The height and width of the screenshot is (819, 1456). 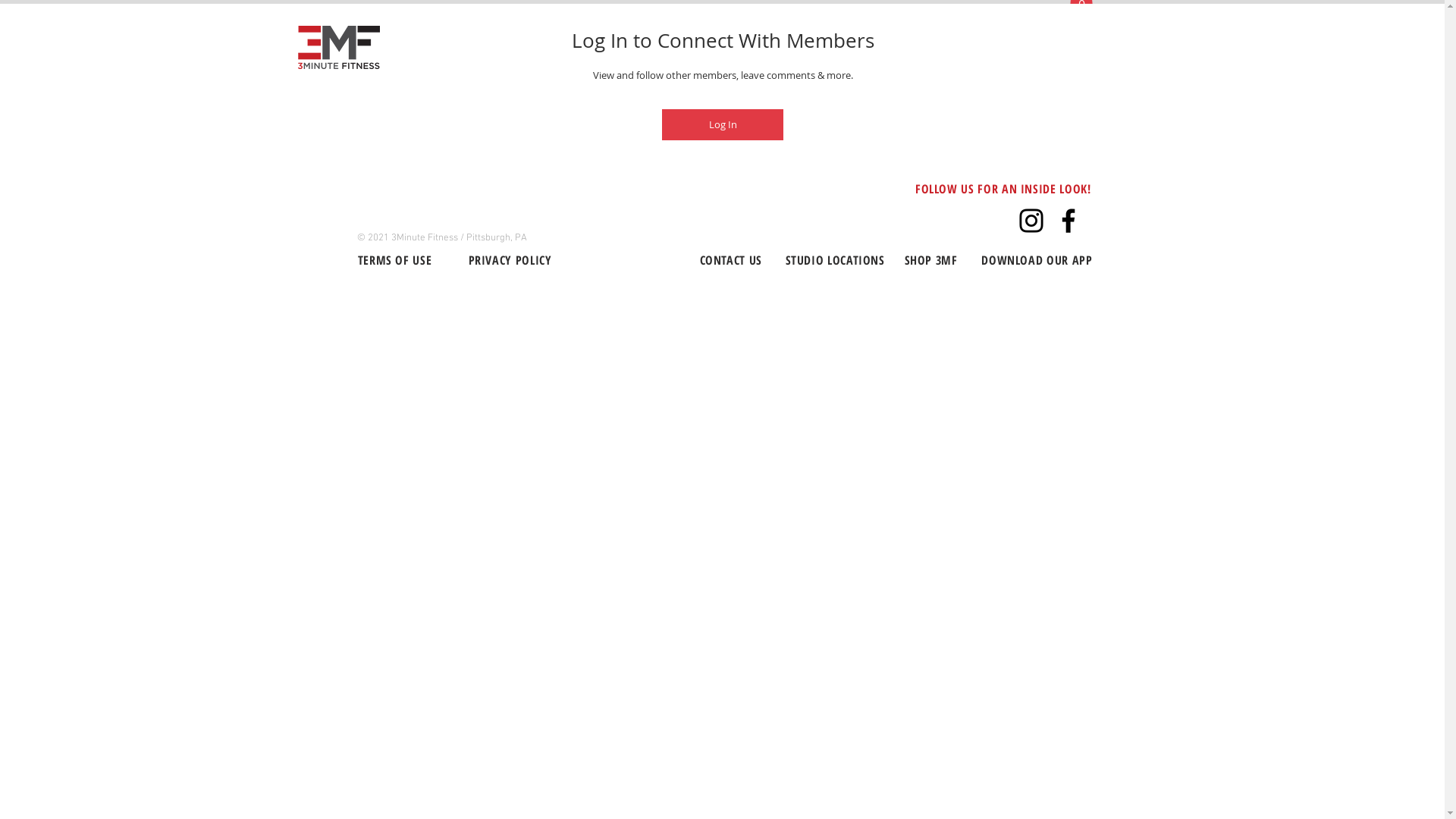 I want to click on 'TERMS OF USE', so click(x=395, y=259).